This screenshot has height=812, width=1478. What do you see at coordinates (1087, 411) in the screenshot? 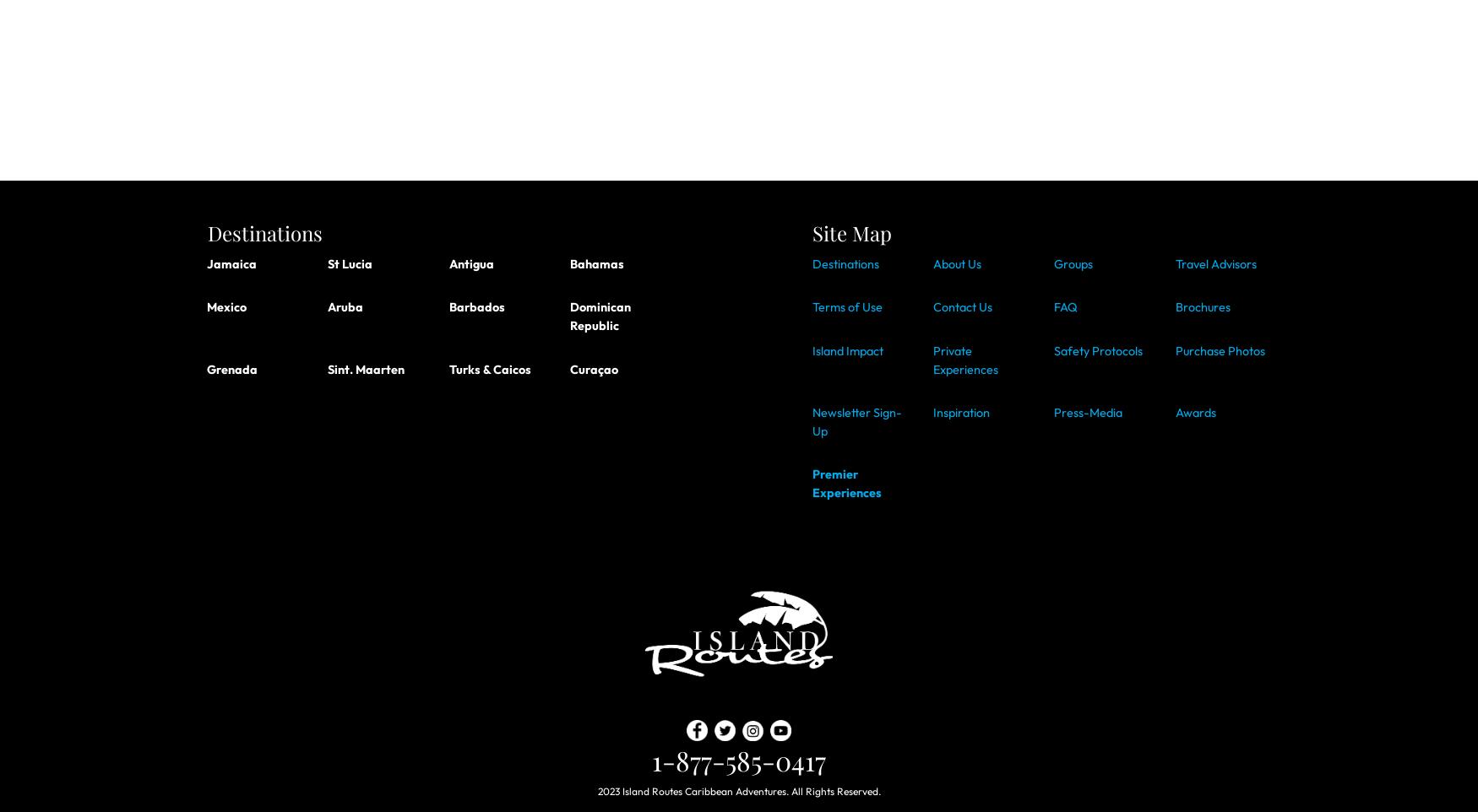
I see `'Press-Media'` at bounding box center [1087, 411].